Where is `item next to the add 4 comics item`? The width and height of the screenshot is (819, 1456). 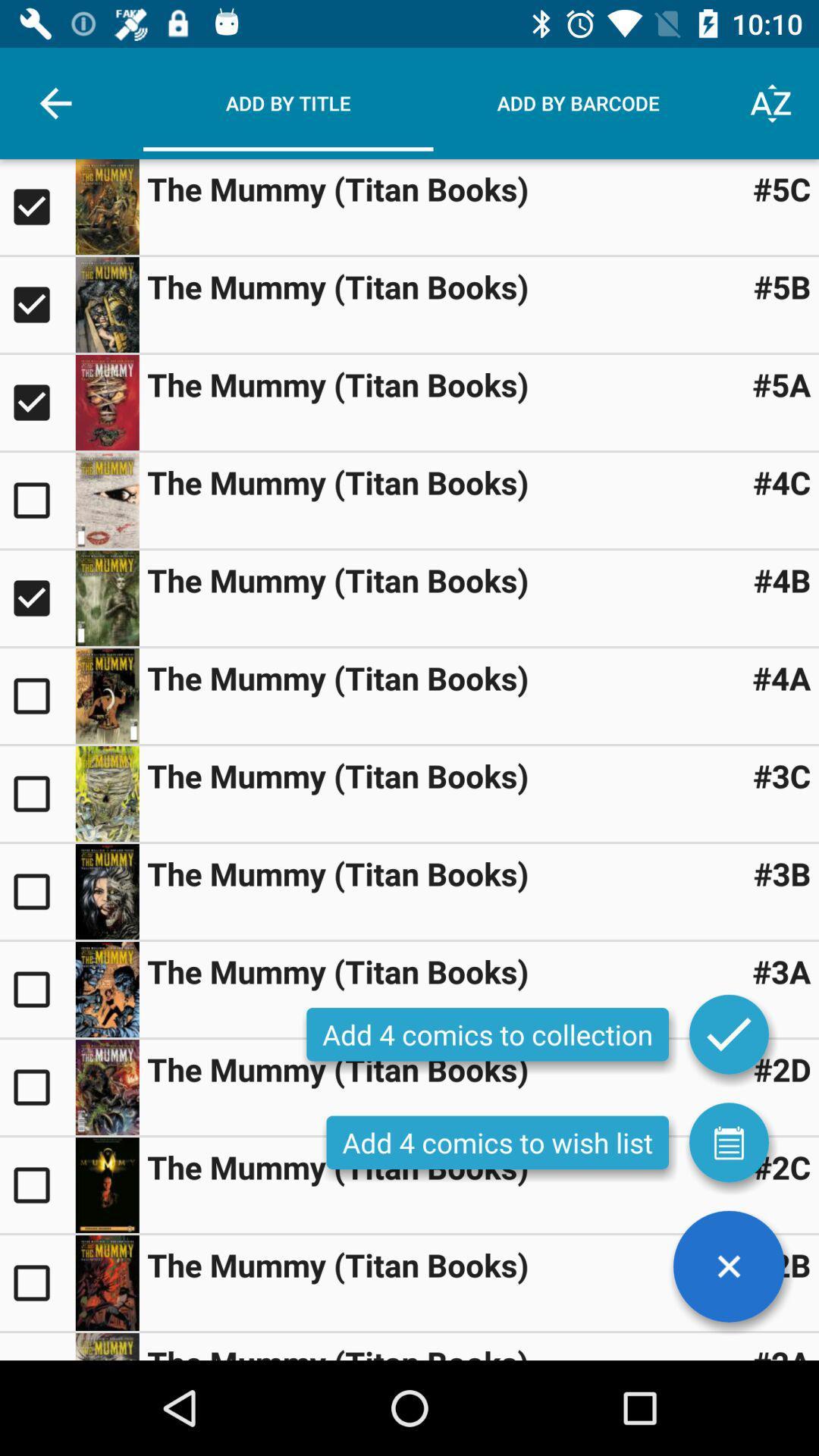 item next to the add 4 comics item is located at coordinates (728, 1142).